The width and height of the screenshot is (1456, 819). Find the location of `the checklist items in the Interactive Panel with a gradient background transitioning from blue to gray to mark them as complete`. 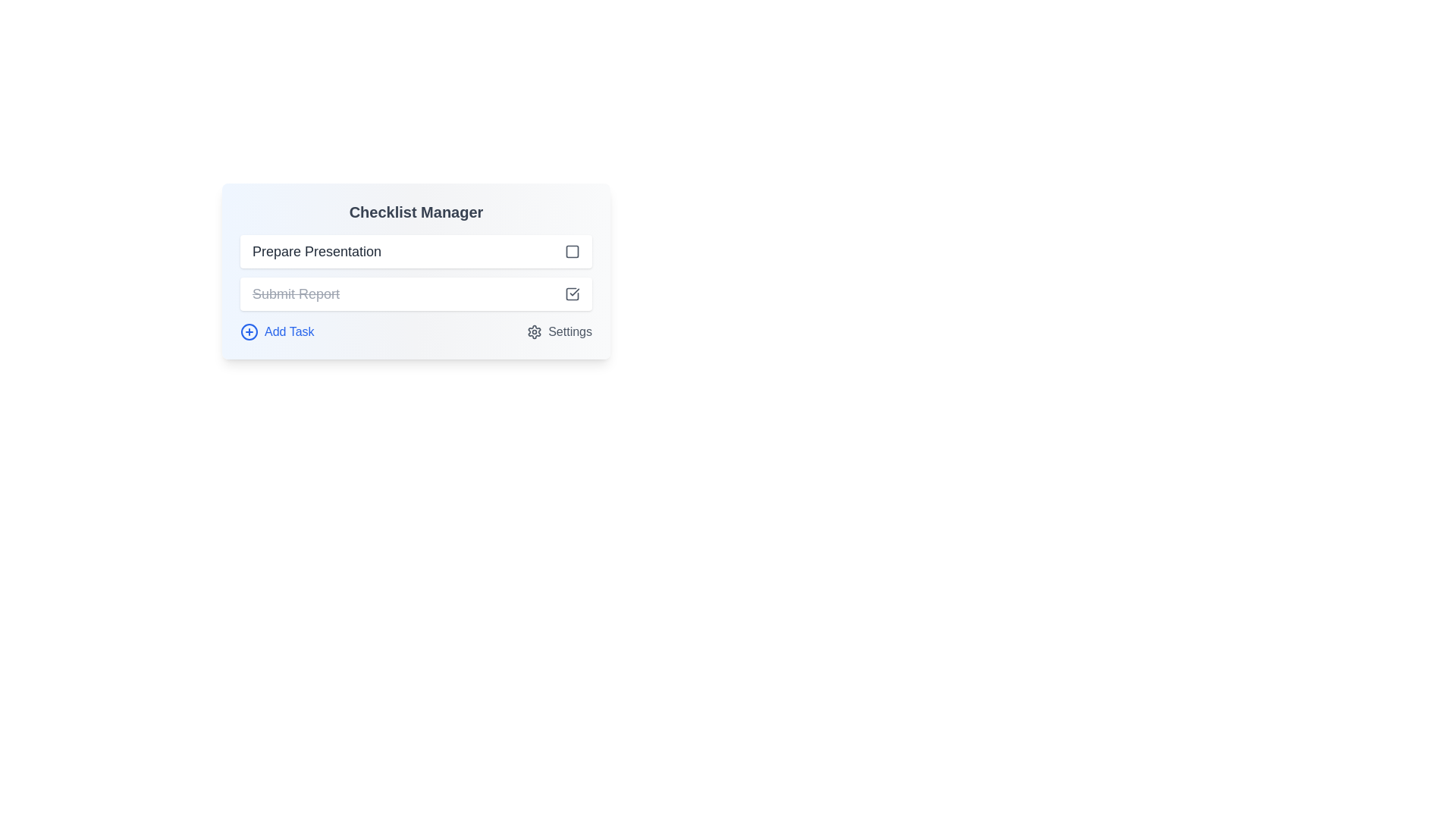

the checklist items in the Interactive Panel with a gradient background transitioning from blue to gray to mark them as complete is located at coordinates (416, 271).